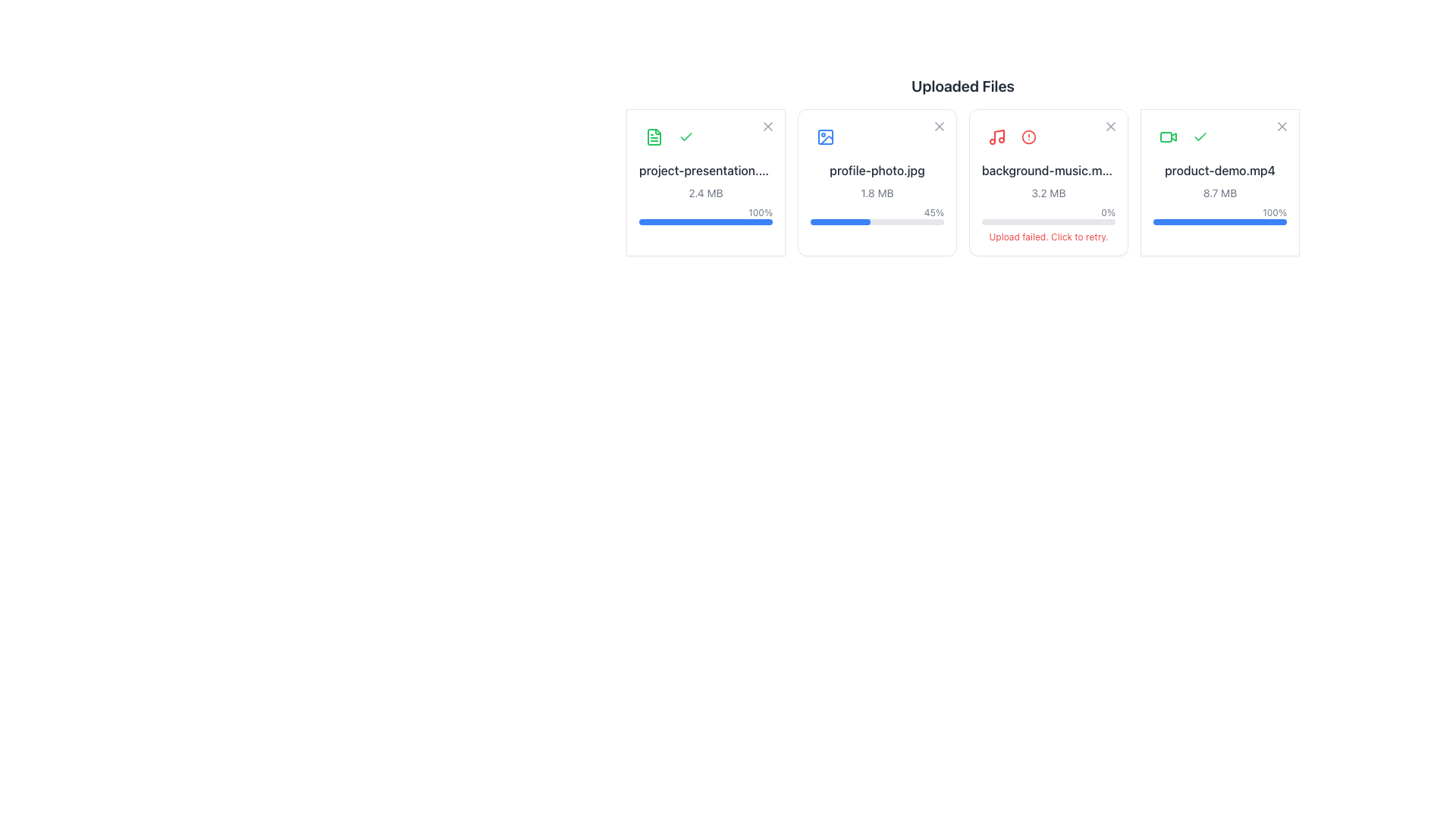 The height and width of the screenshot is (819, 1456). Describe the element at coordinates (997, 137) in the screenshot. I see `the music file icon, which is the first item in a horizontally arranged group within the card interface, located at the upper left of the card` at that location.